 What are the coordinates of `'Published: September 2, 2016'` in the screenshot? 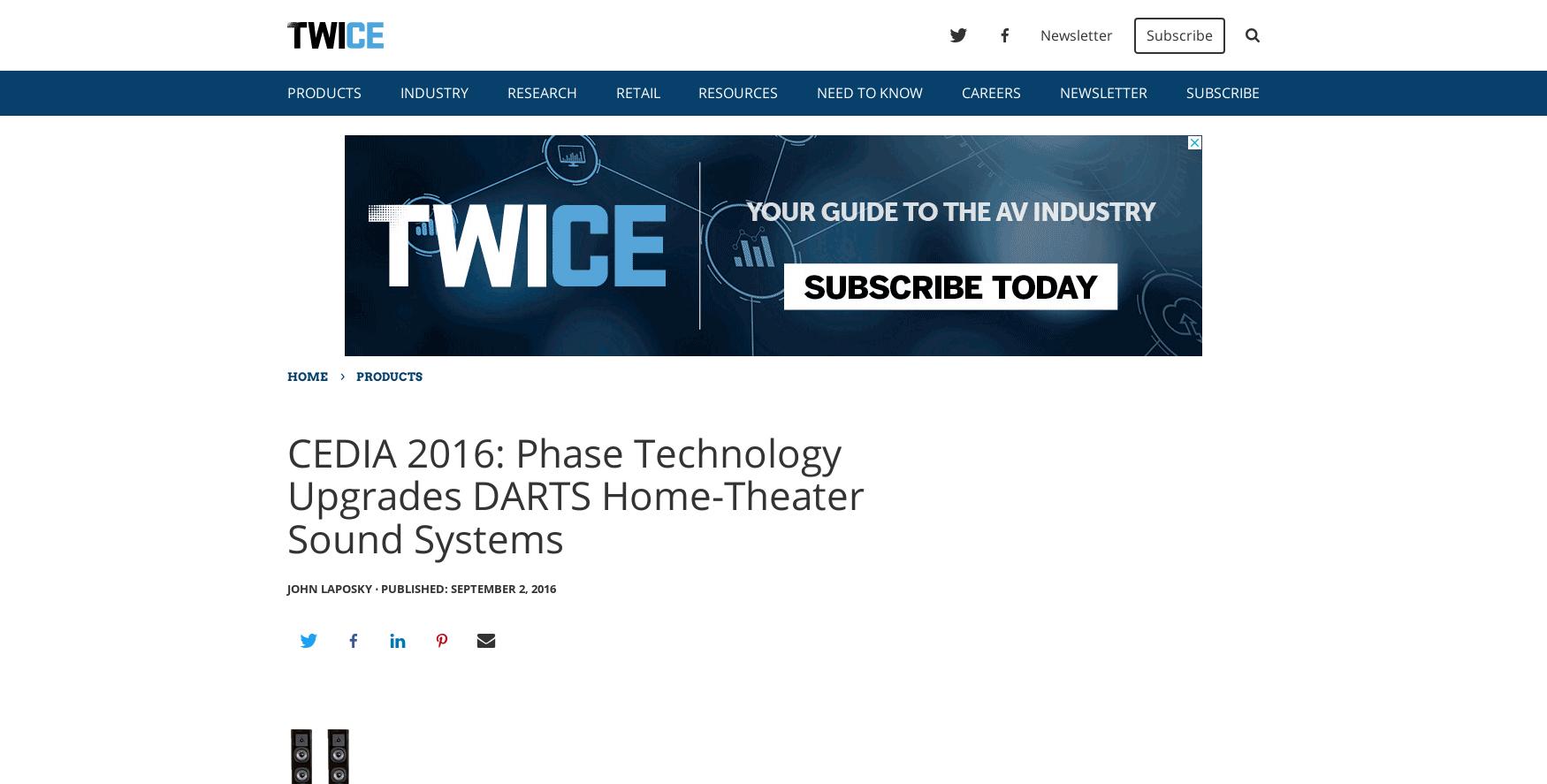 It's located at (467, 587).